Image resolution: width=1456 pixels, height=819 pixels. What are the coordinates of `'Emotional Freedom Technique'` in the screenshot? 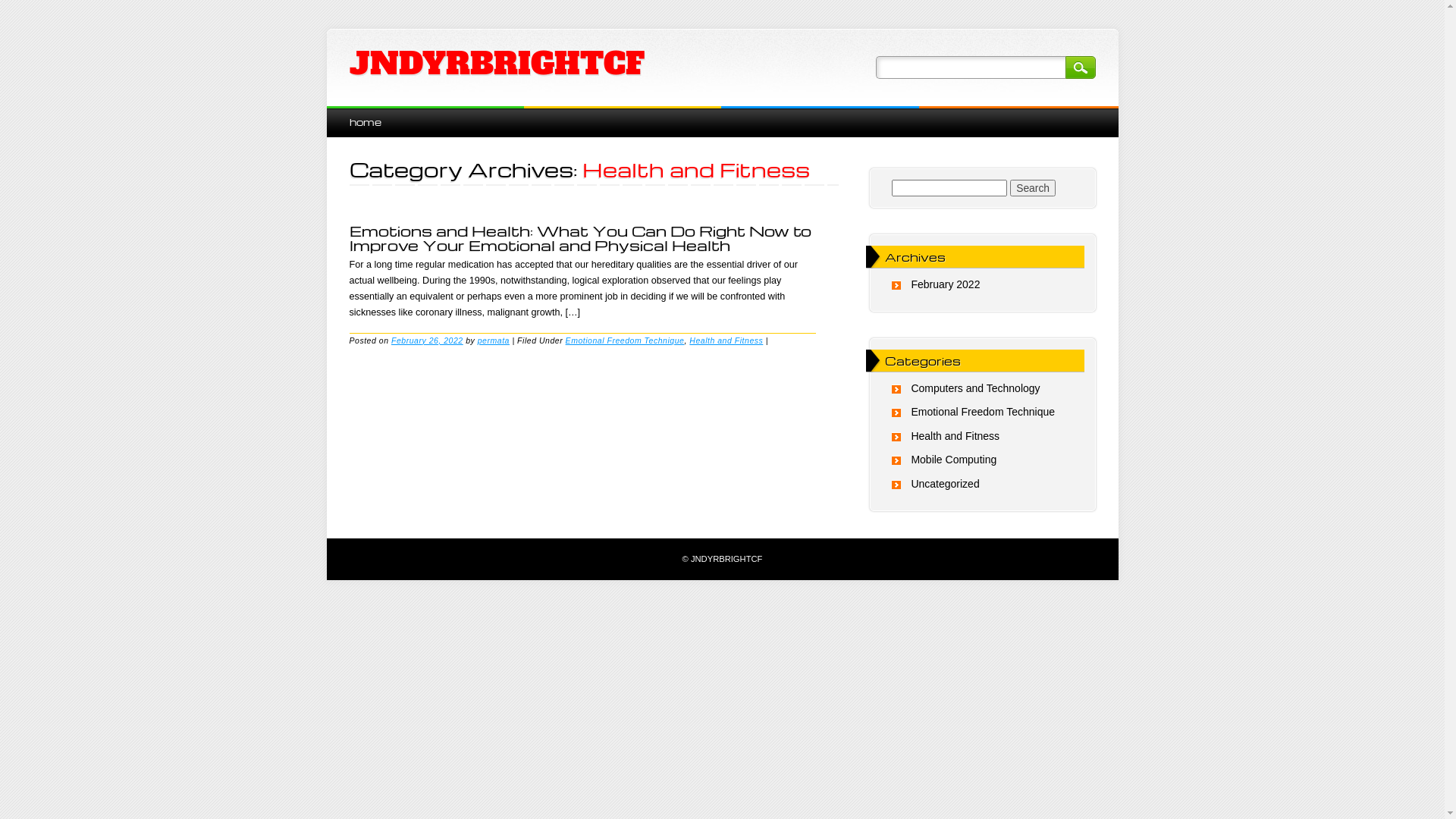 It's located at (983, 412).